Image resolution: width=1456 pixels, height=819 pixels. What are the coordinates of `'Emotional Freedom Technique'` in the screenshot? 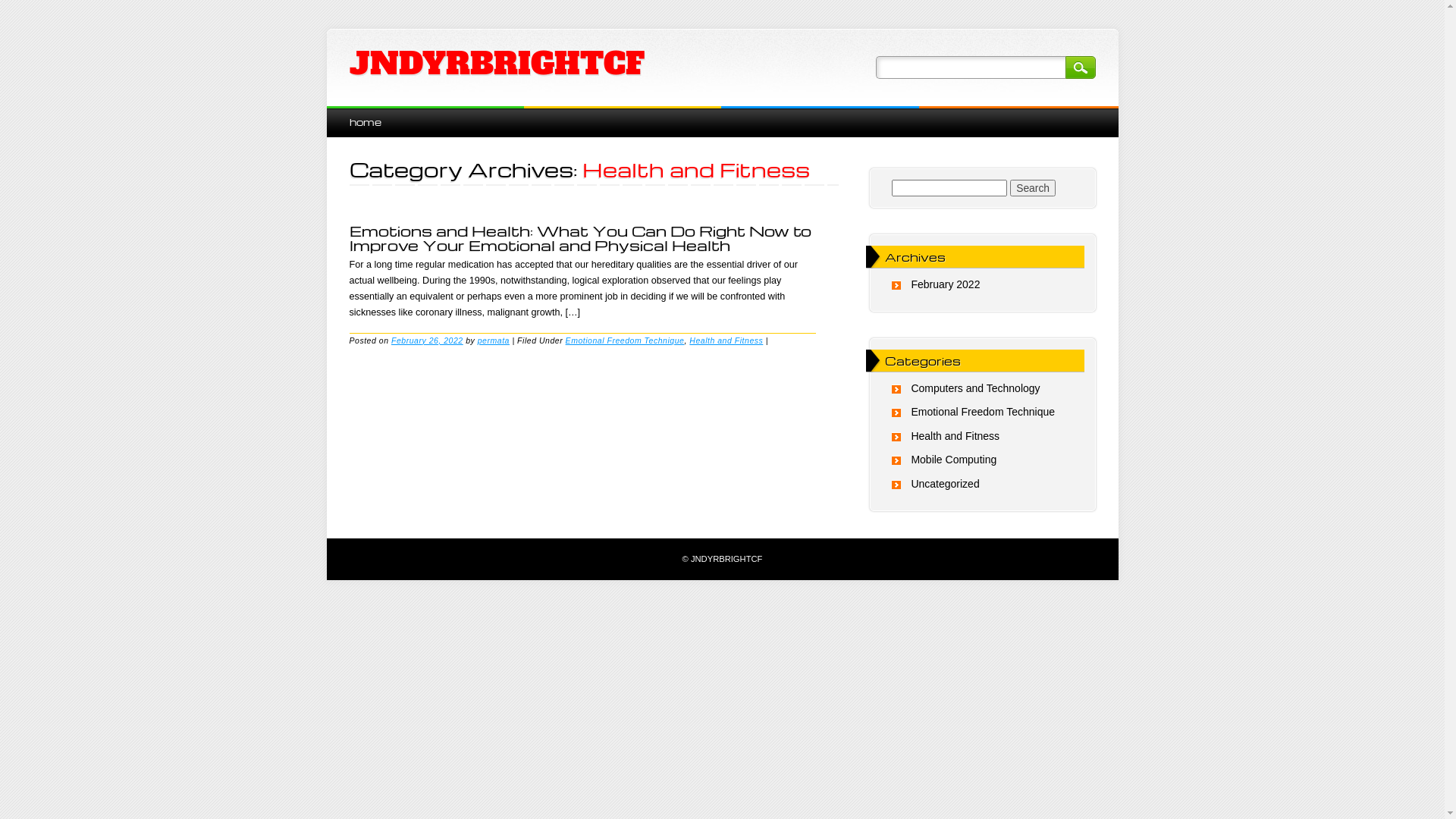 It's located at (983, 412).